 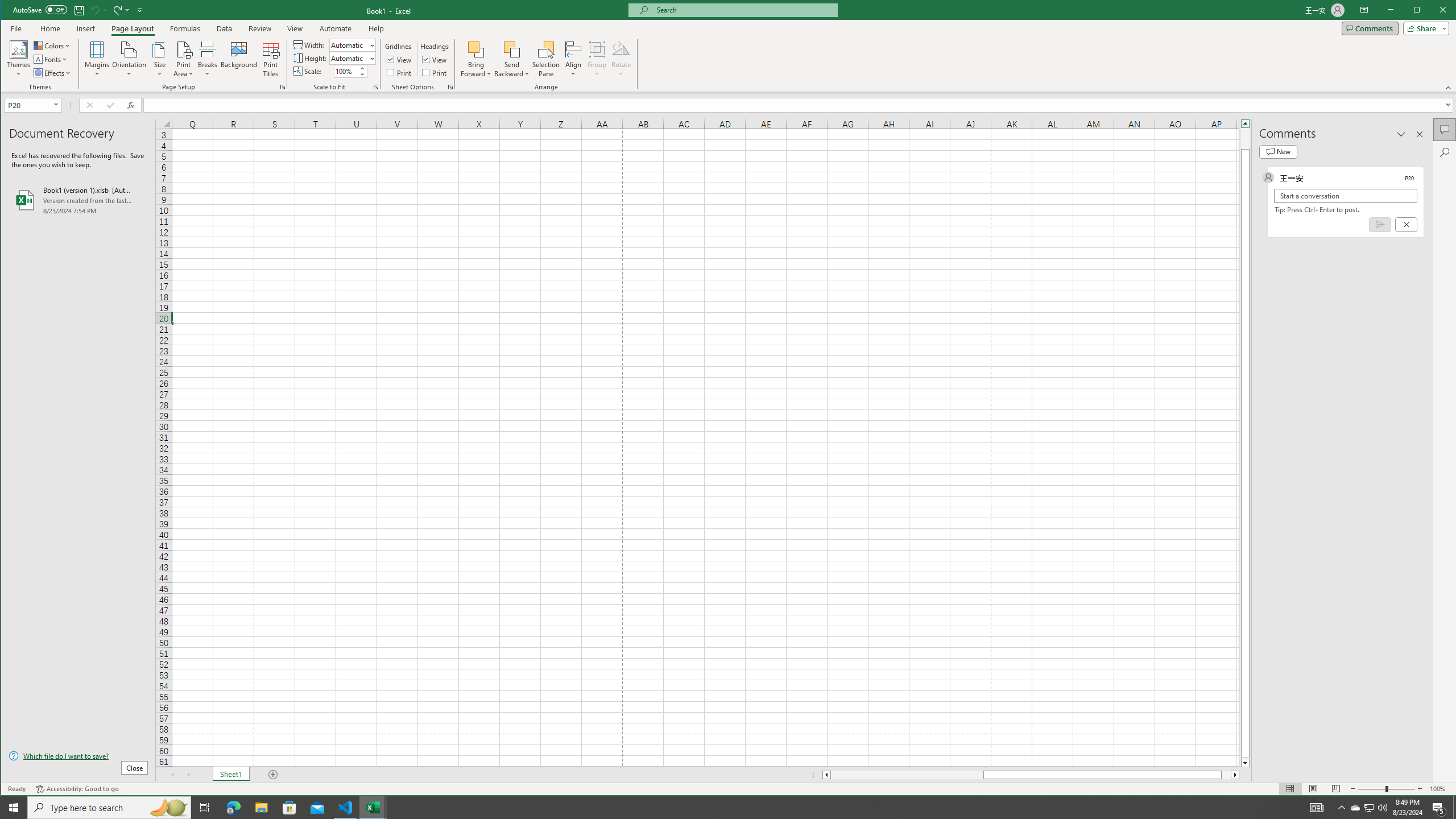 What do you see at coordinates (1419, 134) in the screenshot?
I see `'Close pane'` at bounding box center [1419, 134].